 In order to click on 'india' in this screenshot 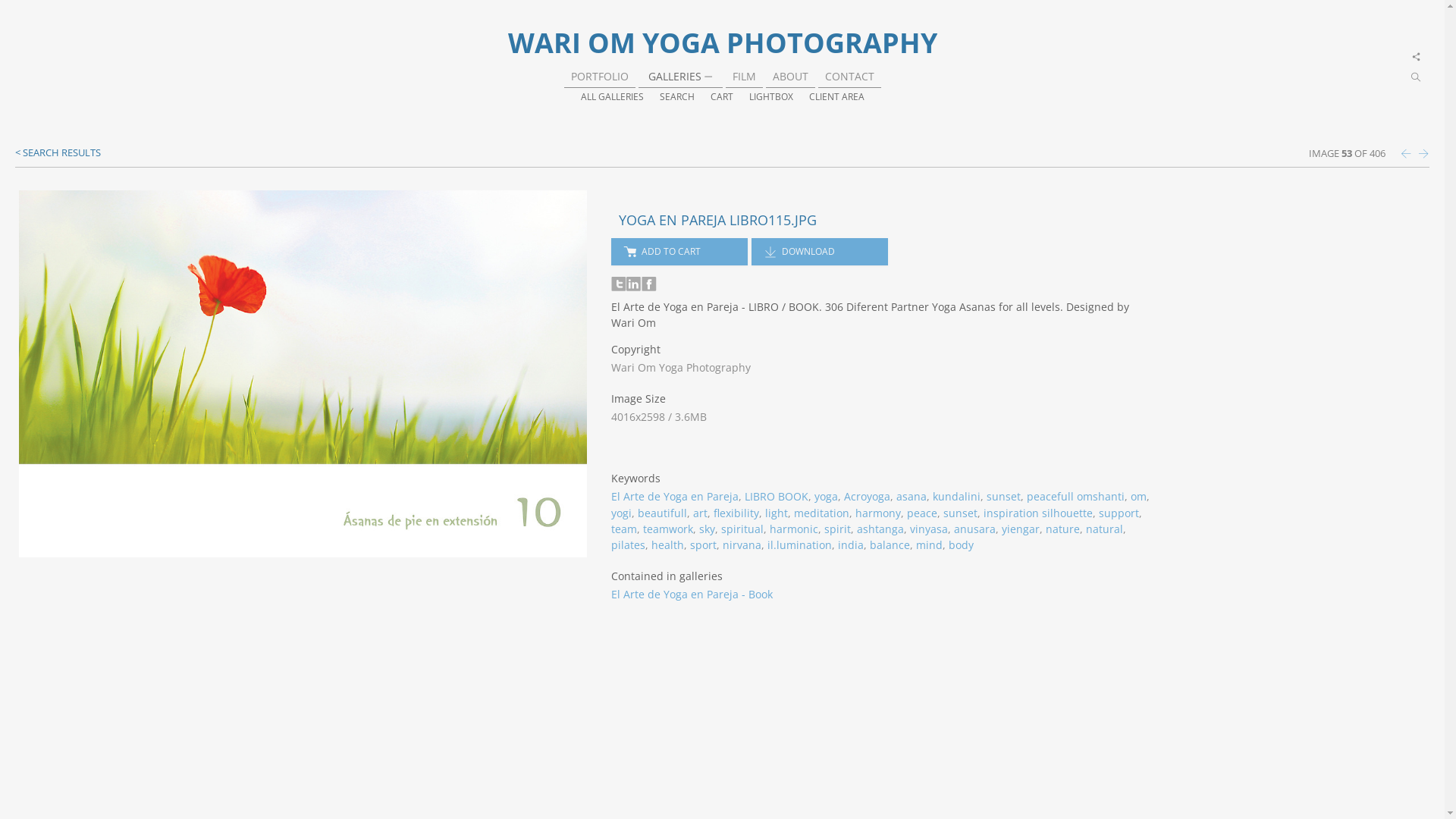, I will do `click(851, 544)`.